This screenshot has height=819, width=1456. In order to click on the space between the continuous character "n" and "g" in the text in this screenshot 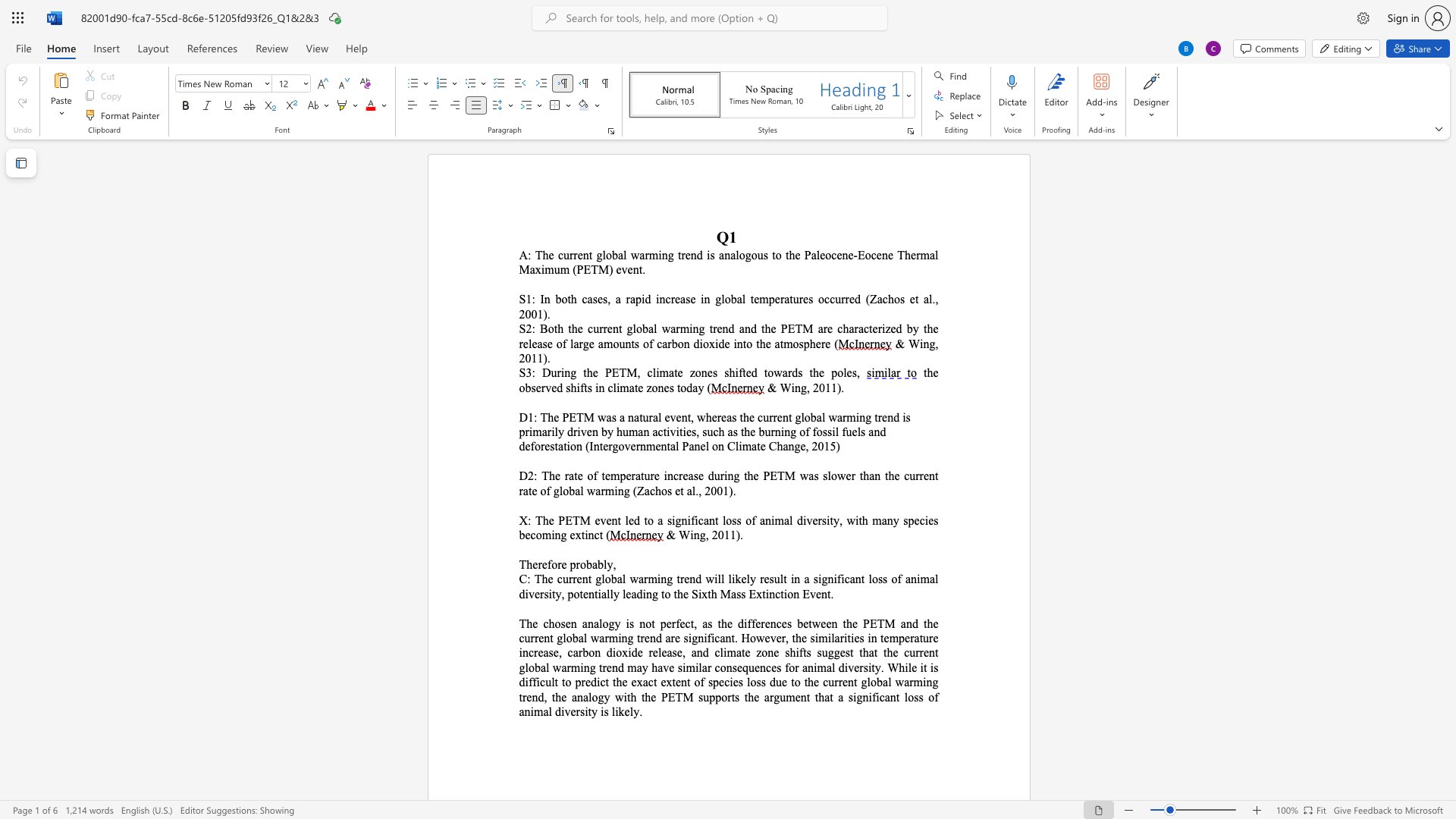, I will do `click(570, 372)`.